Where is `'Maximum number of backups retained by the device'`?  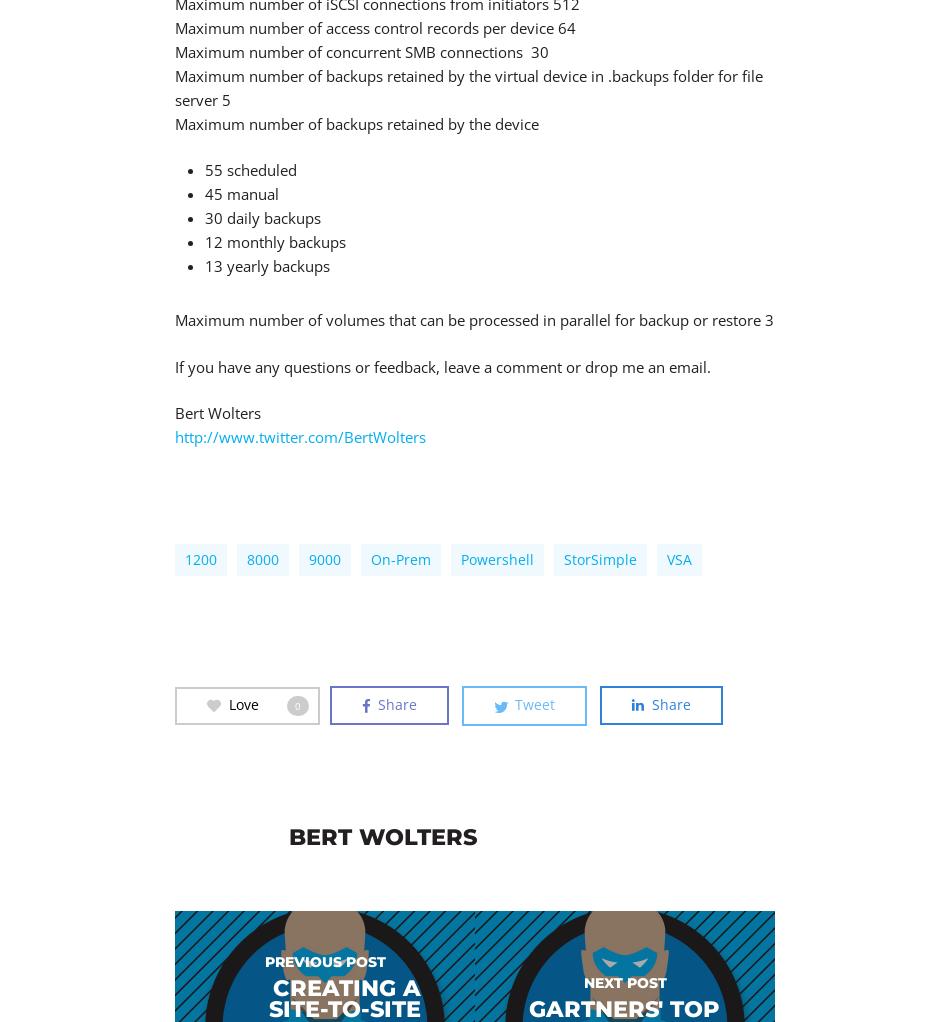 'Maximum number of backups retained by the device' is located at coordinates (356, 123).